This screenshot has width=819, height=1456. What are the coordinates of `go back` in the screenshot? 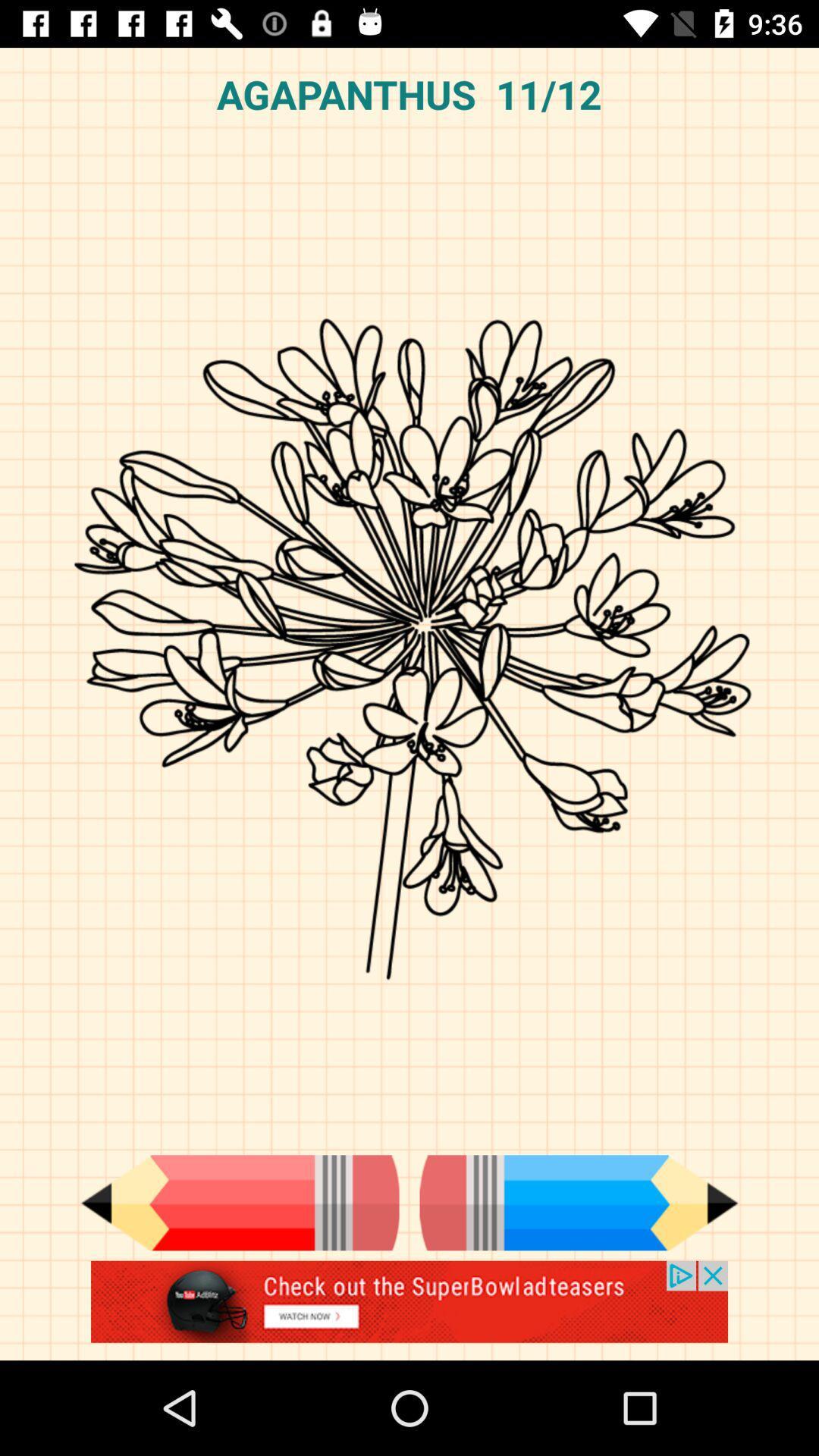 It's located at (239, 1202).